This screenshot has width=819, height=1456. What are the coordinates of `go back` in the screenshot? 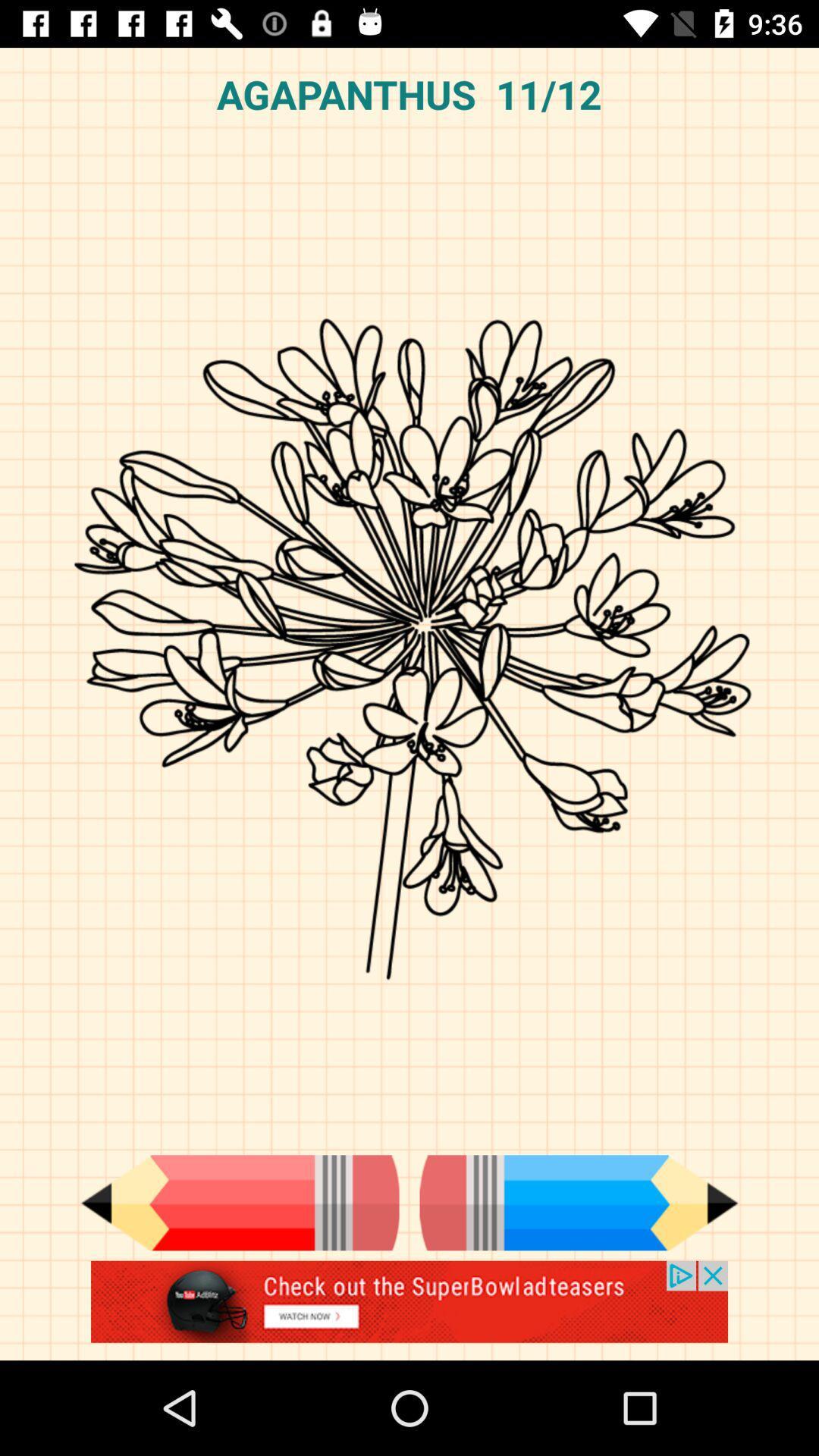 It's located at (239, 1202).